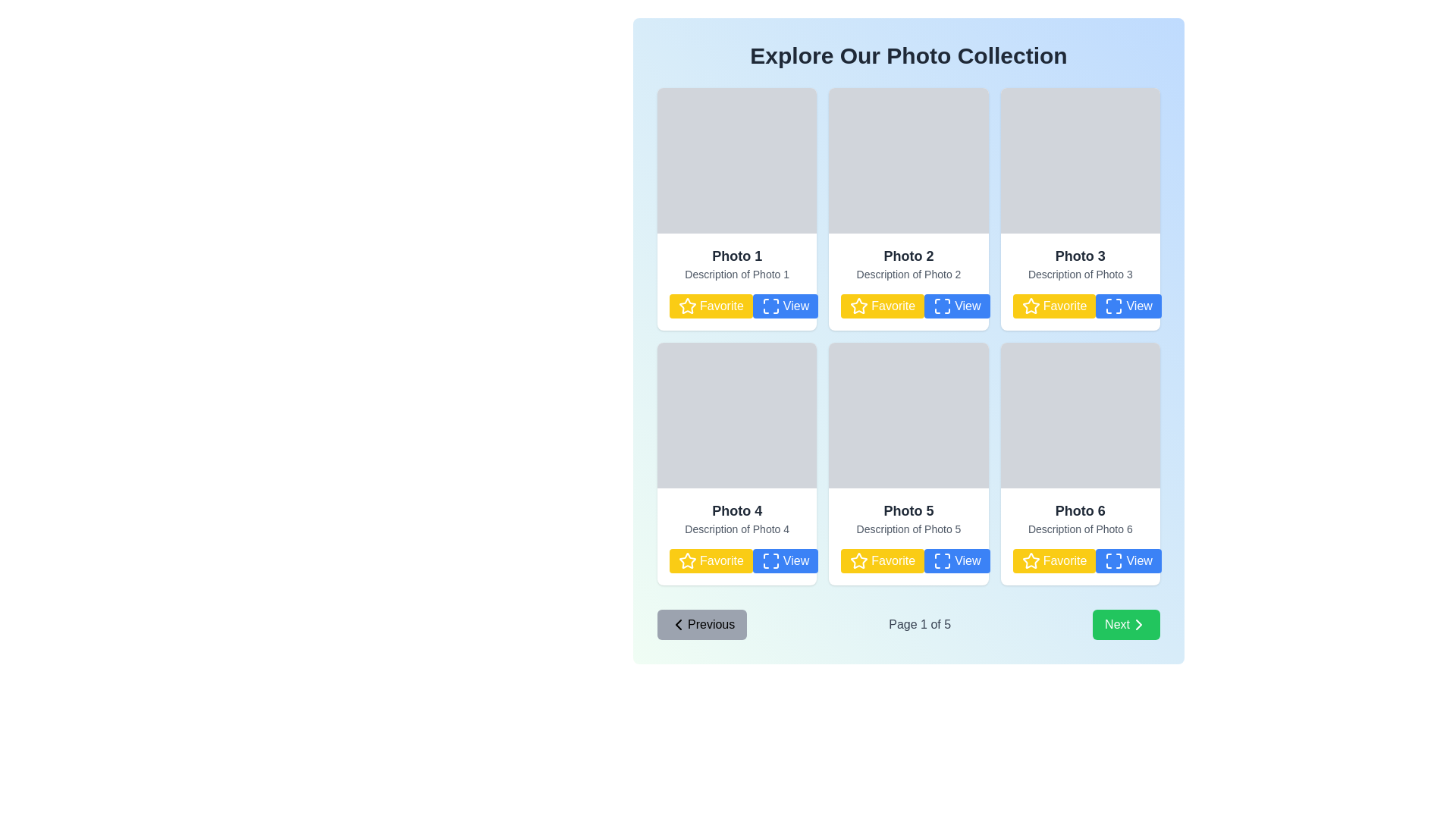  What do you see at coordinates (737, 306) in the screenshot?
I see `the first interactive button located at the bottom of the 'Photo 1' card in the grid layout to mark the photo as a favorite` at bounding box center [737, 306].